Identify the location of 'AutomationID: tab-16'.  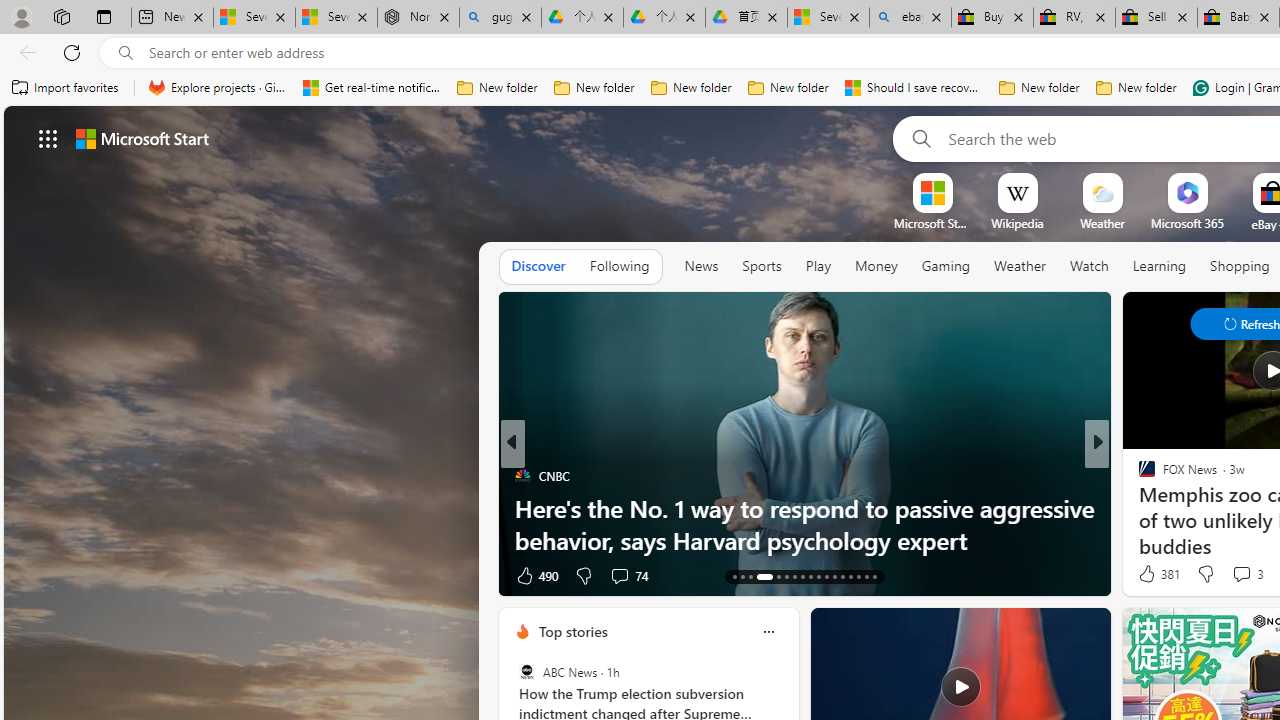
(757, 577).